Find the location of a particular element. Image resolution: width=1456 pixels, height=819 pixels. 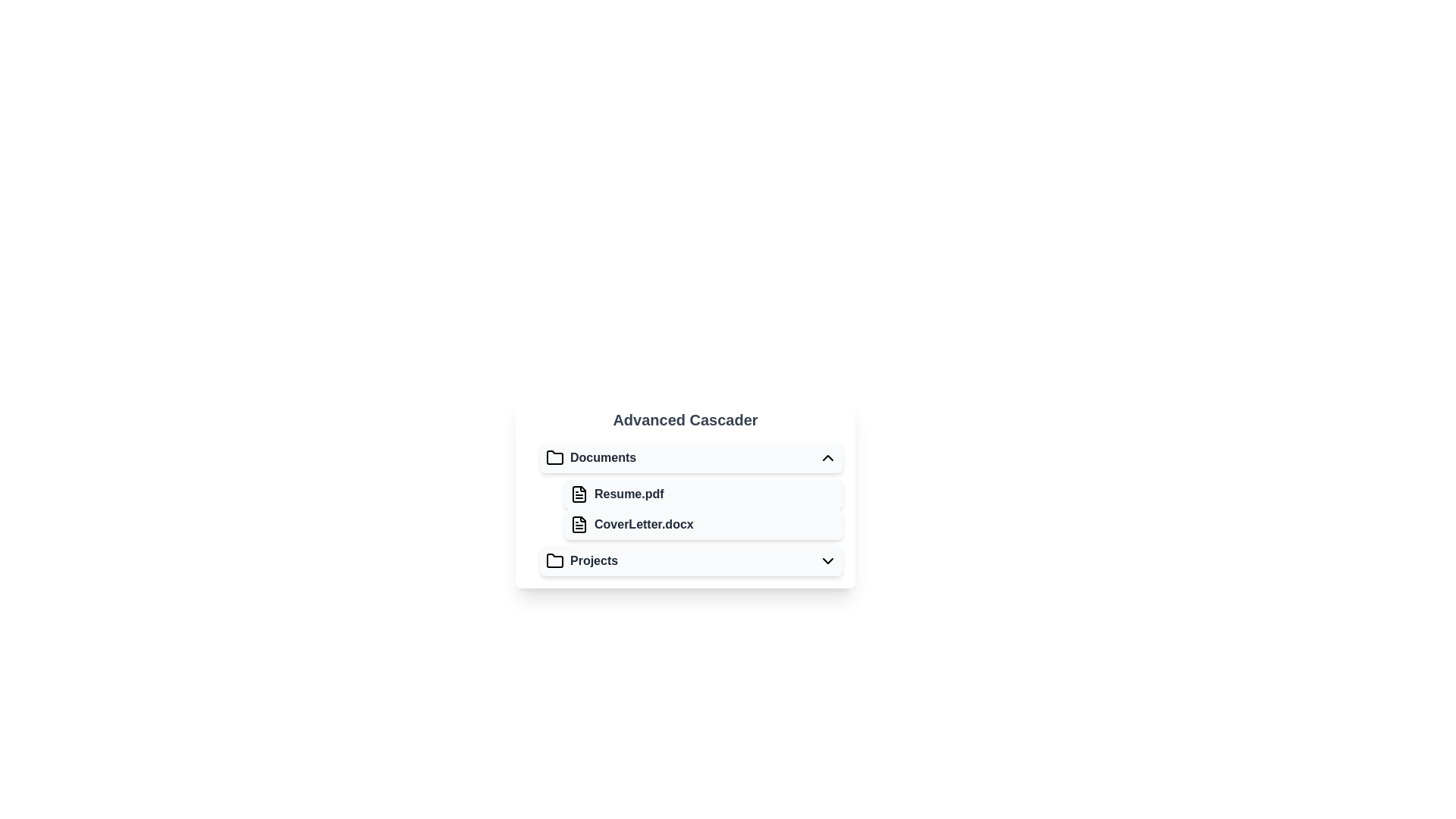

the folder icon located in the 'Projects' section is located at coordinates (554, 560).